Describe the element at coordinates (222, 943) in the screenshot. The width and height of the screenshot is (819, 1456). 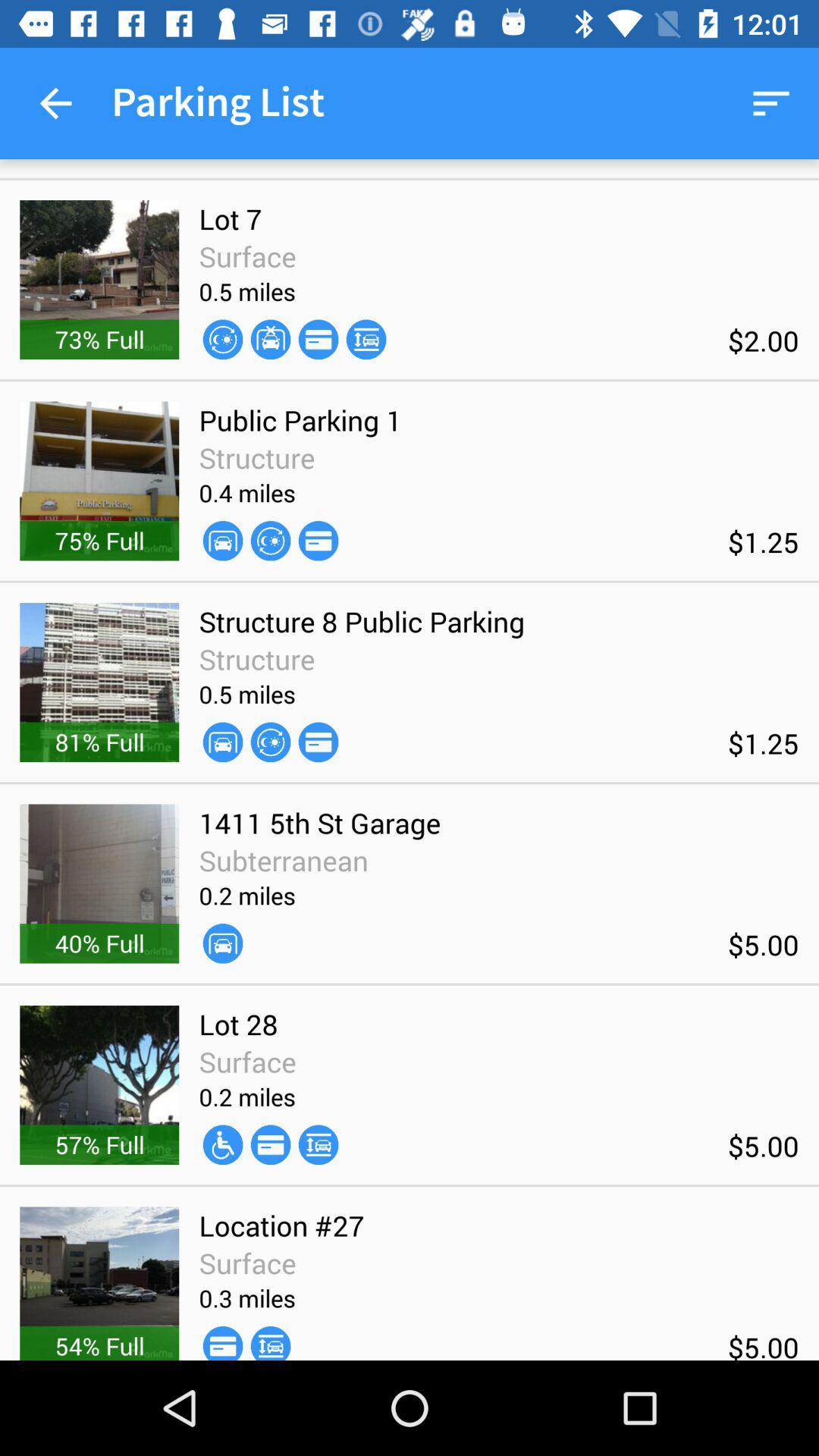
I see `the icon next to the $5.00 icon` at that location.